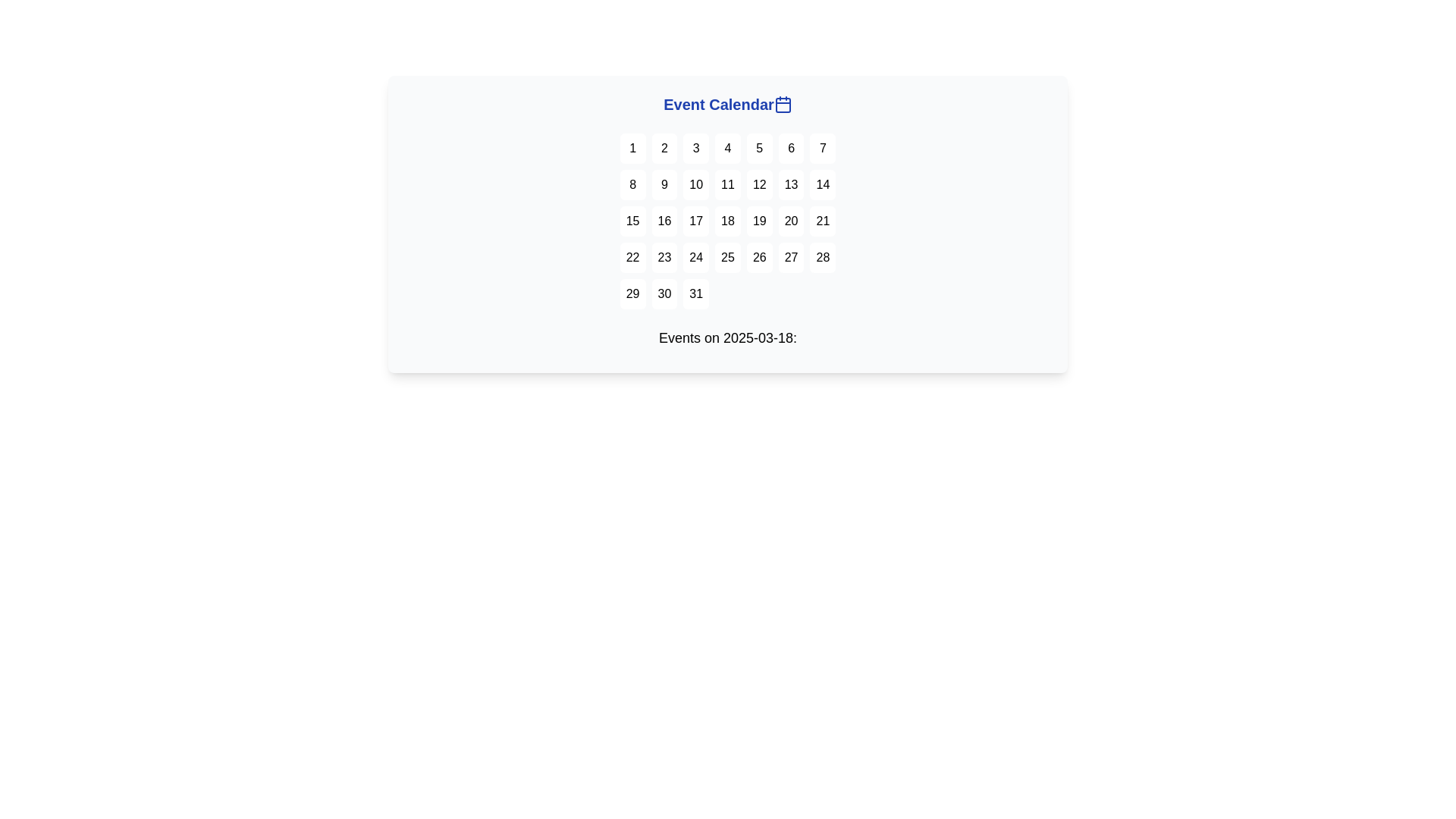  Describe the element at coordinates (790, 184) in the screenshot. I see `the interactive button that allows users` at that location.